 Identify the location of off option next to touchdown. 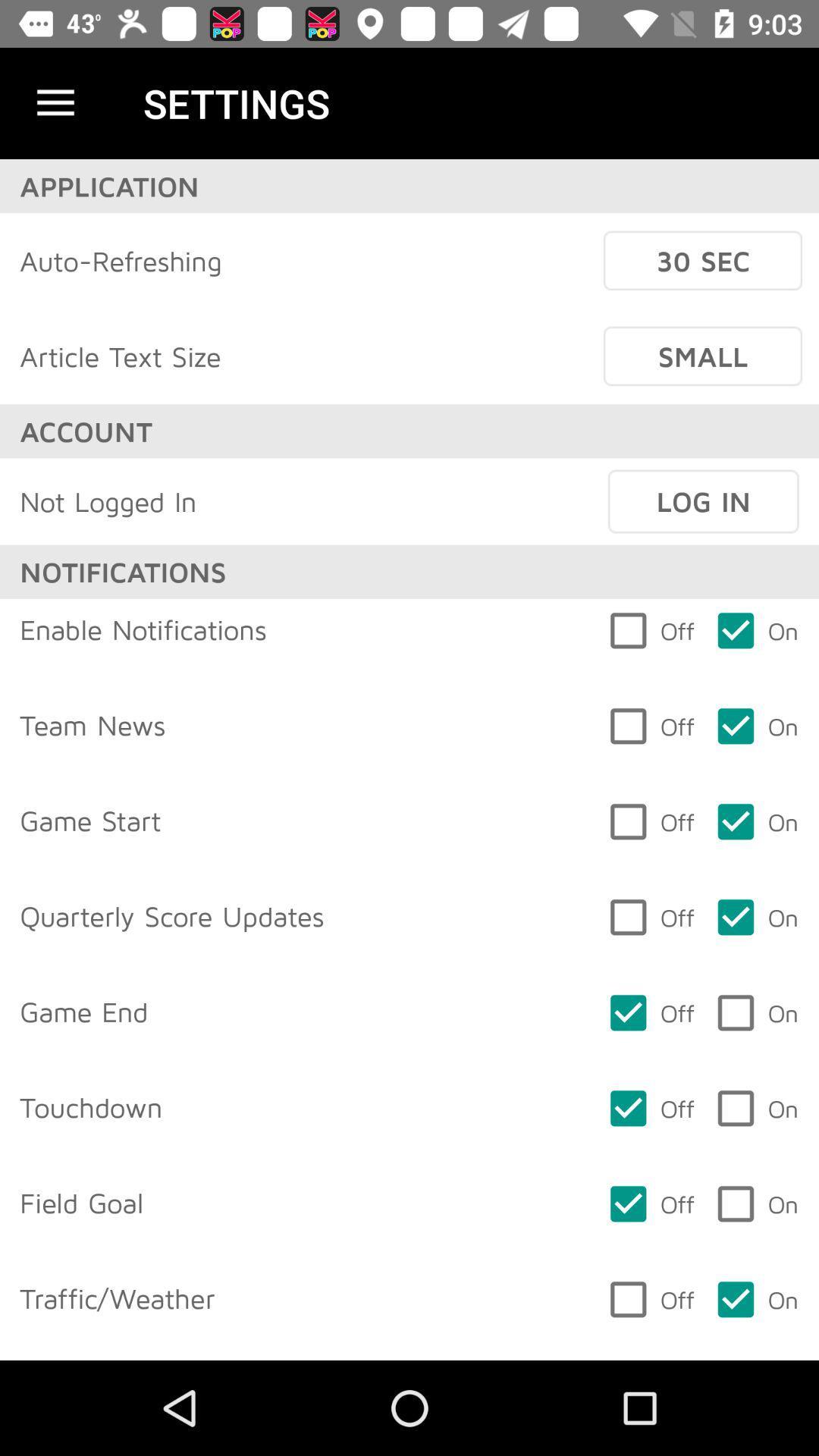
(649, 1109).